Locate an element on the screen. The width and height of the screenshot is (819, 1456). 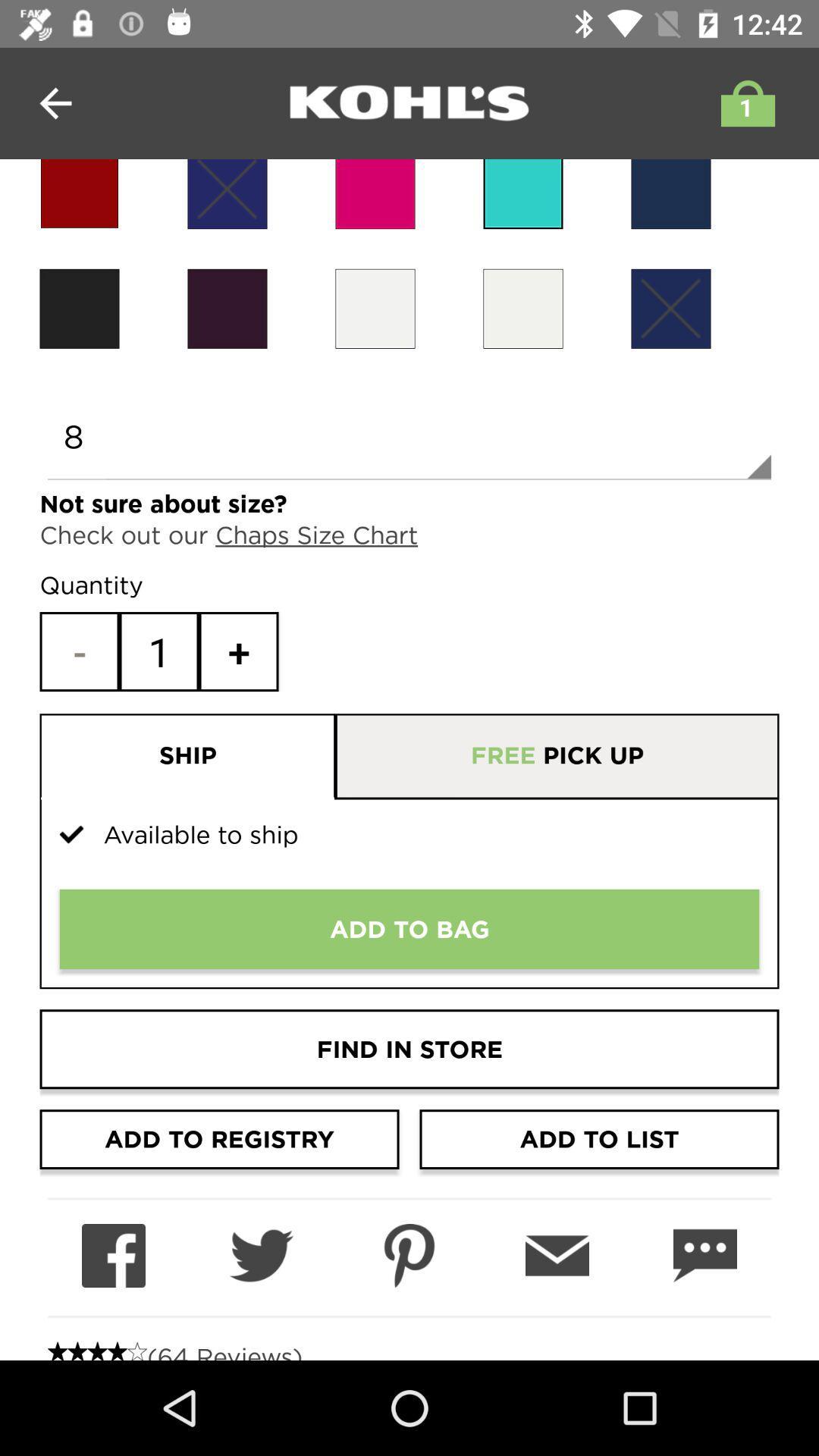
messaging or chat option is located at coordinates (704, 1256).